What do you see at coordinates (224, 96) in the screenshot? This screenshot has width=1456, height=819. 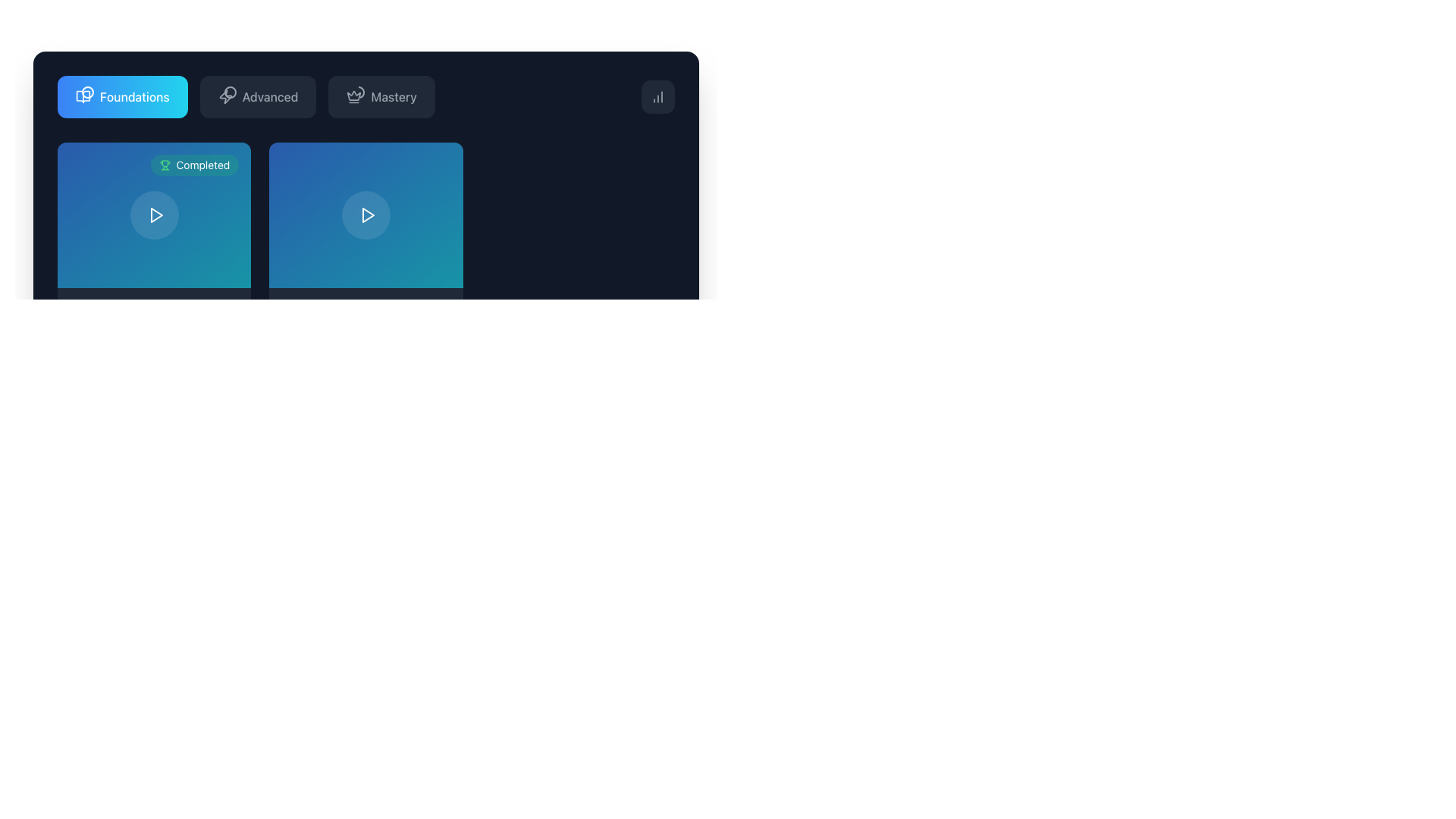 I see `the lightning bolt icon located within the 'Advanced' button, which is the second button in a horizontal menu set, positioned between the 'Foundations' and 'Mastery' buttons` at bounding box center [224, 96].